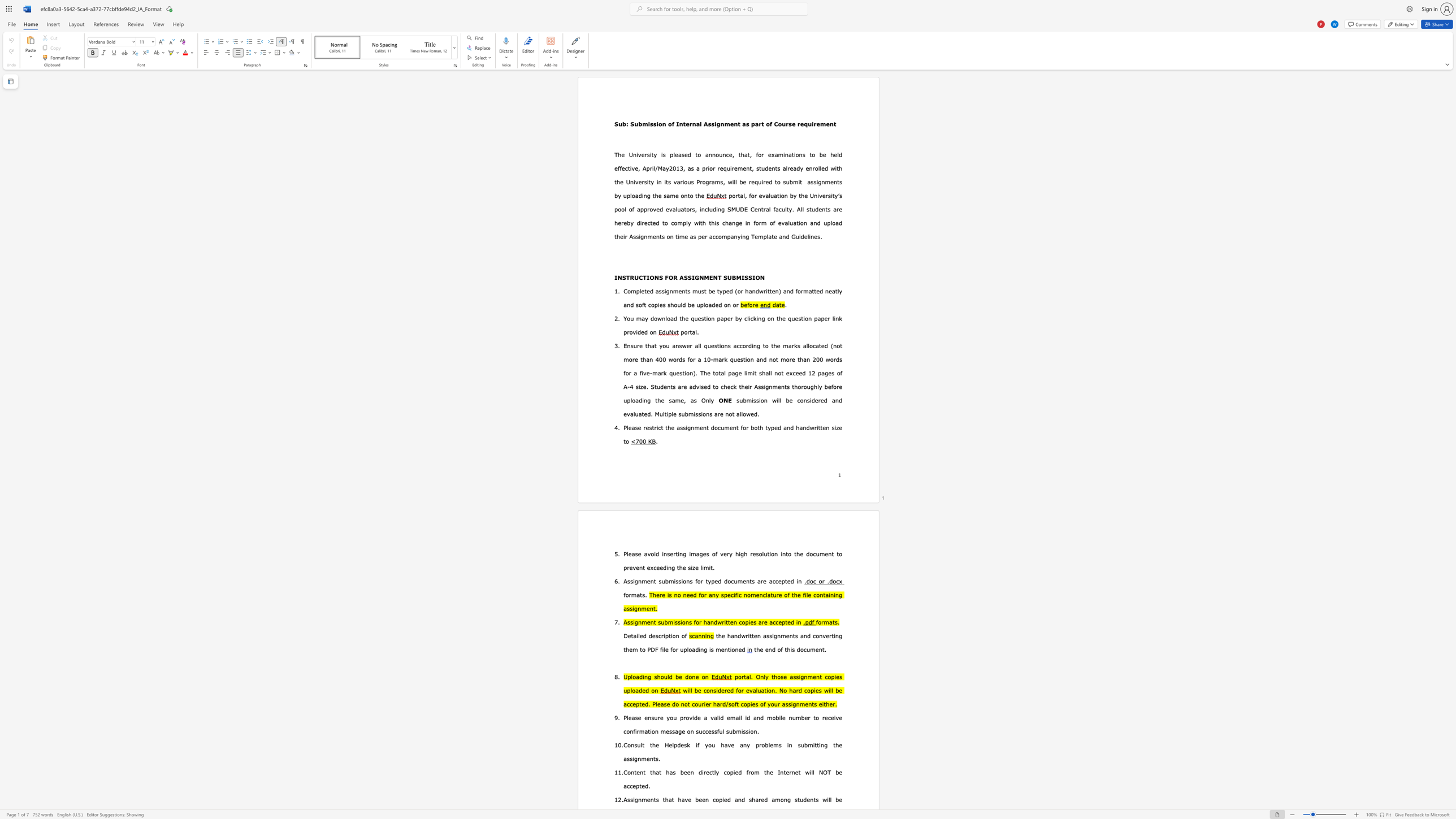  I want to click on the subset text "nn" within the text "The University is pleased to announce, that", so click(708, 154).